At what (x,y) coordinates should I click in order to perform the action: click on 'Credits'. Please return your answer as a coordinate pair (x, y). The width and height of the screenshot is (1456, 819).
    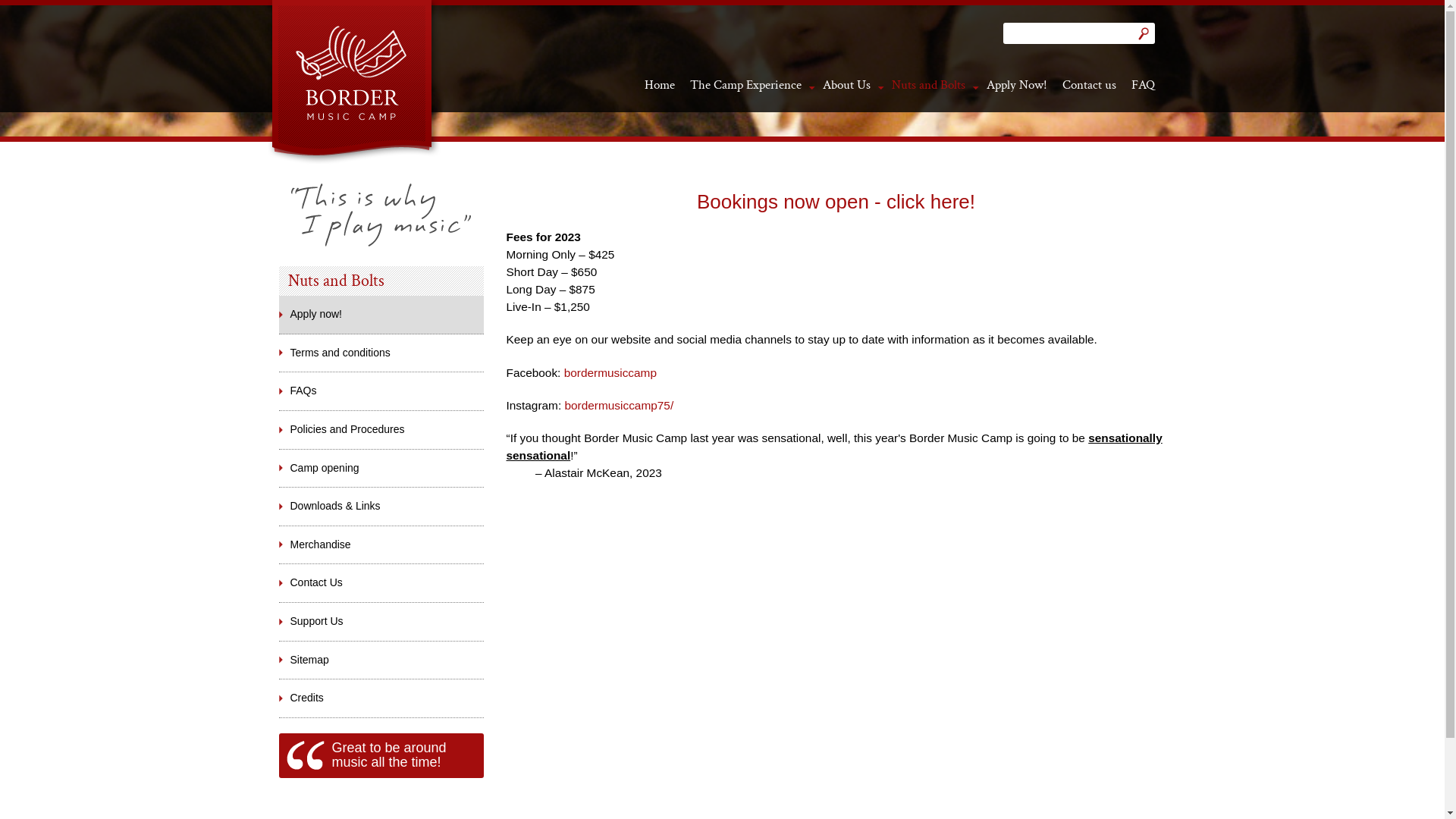
    Looking at the image, I should click on (381, 698).